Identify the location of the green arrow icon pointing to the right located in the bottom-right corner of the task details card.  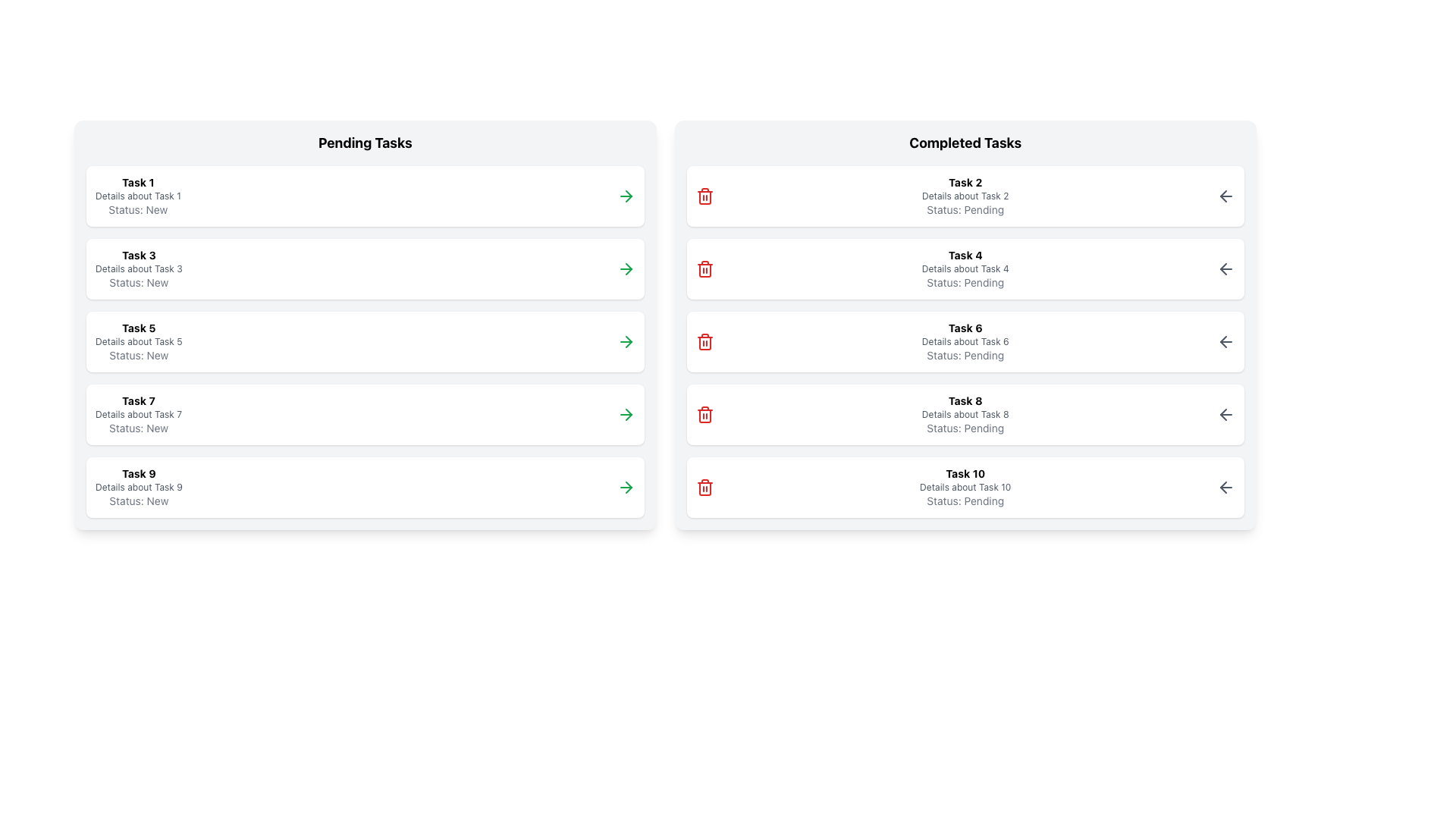
(626, 195).